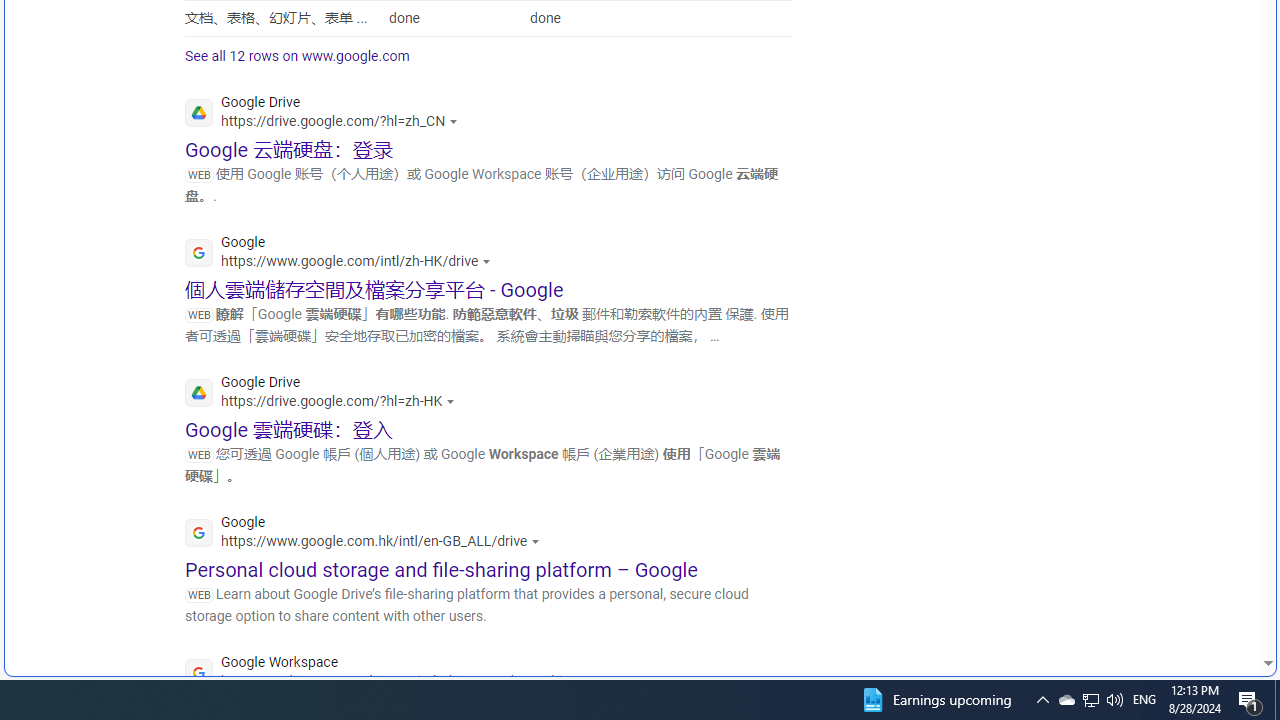 Image resolution: width=1280 pixels, height=720 pixels. I want to click on 'Google', so click(368, 533).